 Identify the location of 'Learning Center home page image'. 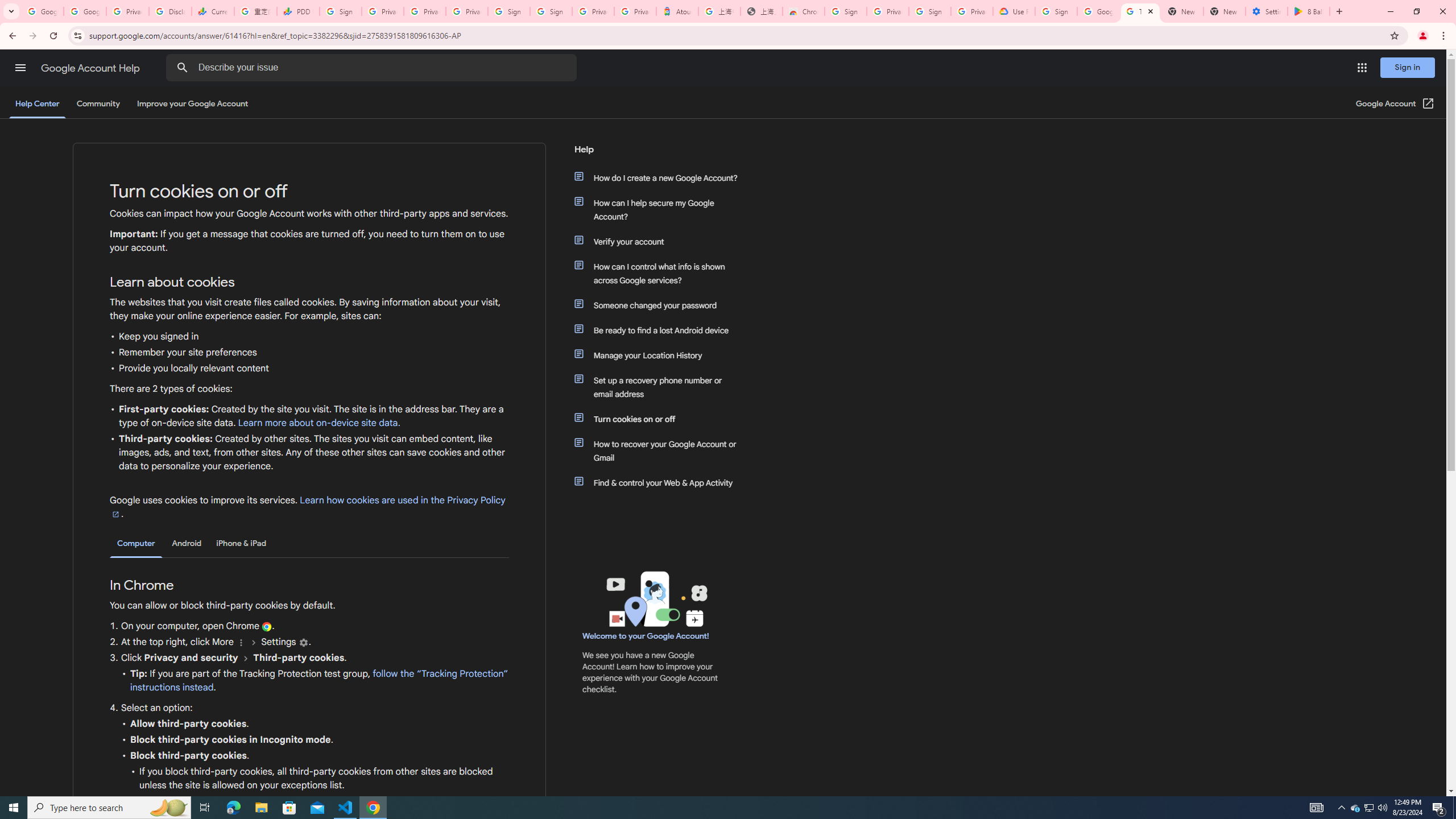
(655, 599).